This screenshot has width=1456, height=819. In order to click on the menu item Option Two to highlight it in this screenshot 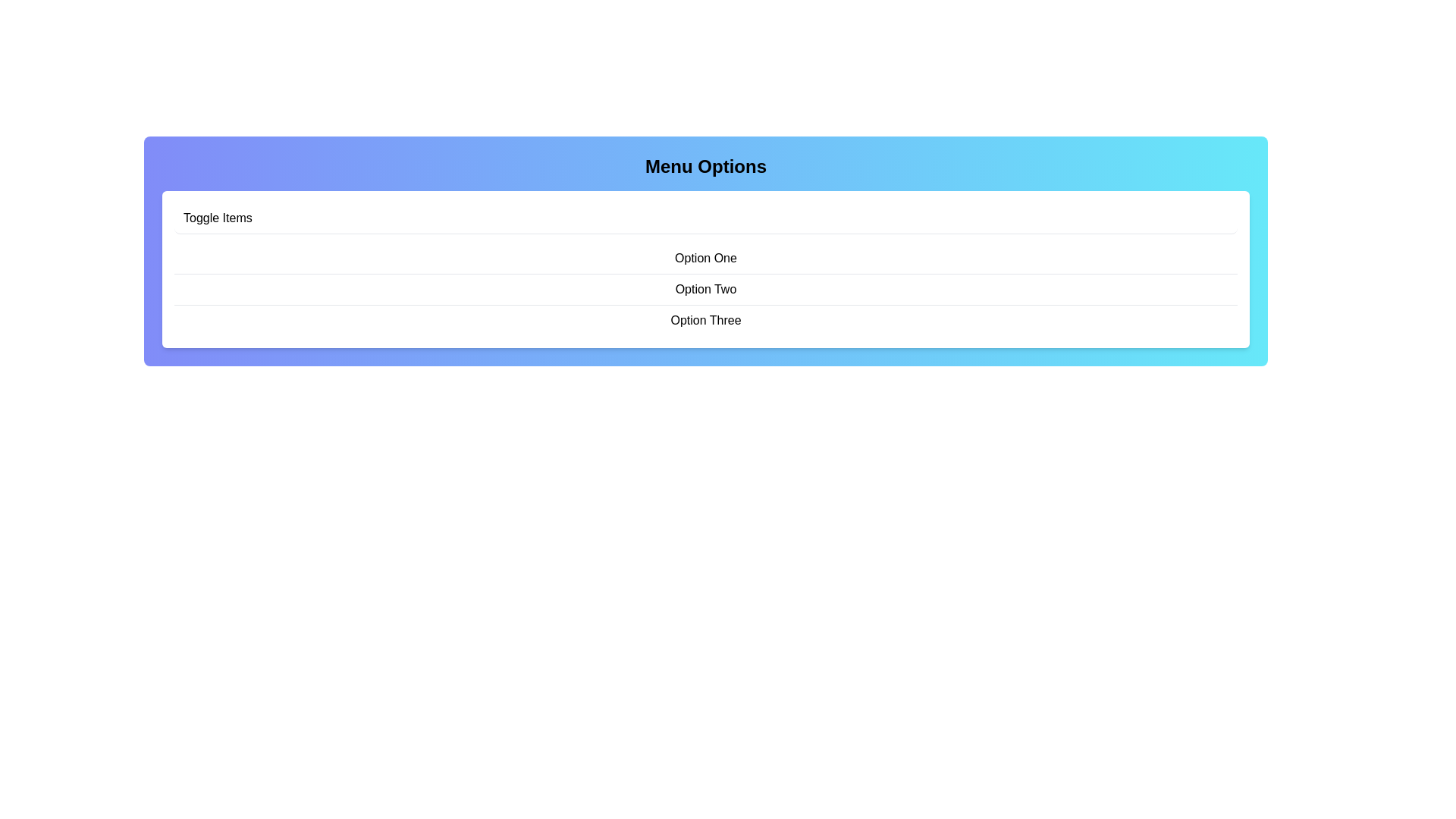, I will do `click(705, 289)`.